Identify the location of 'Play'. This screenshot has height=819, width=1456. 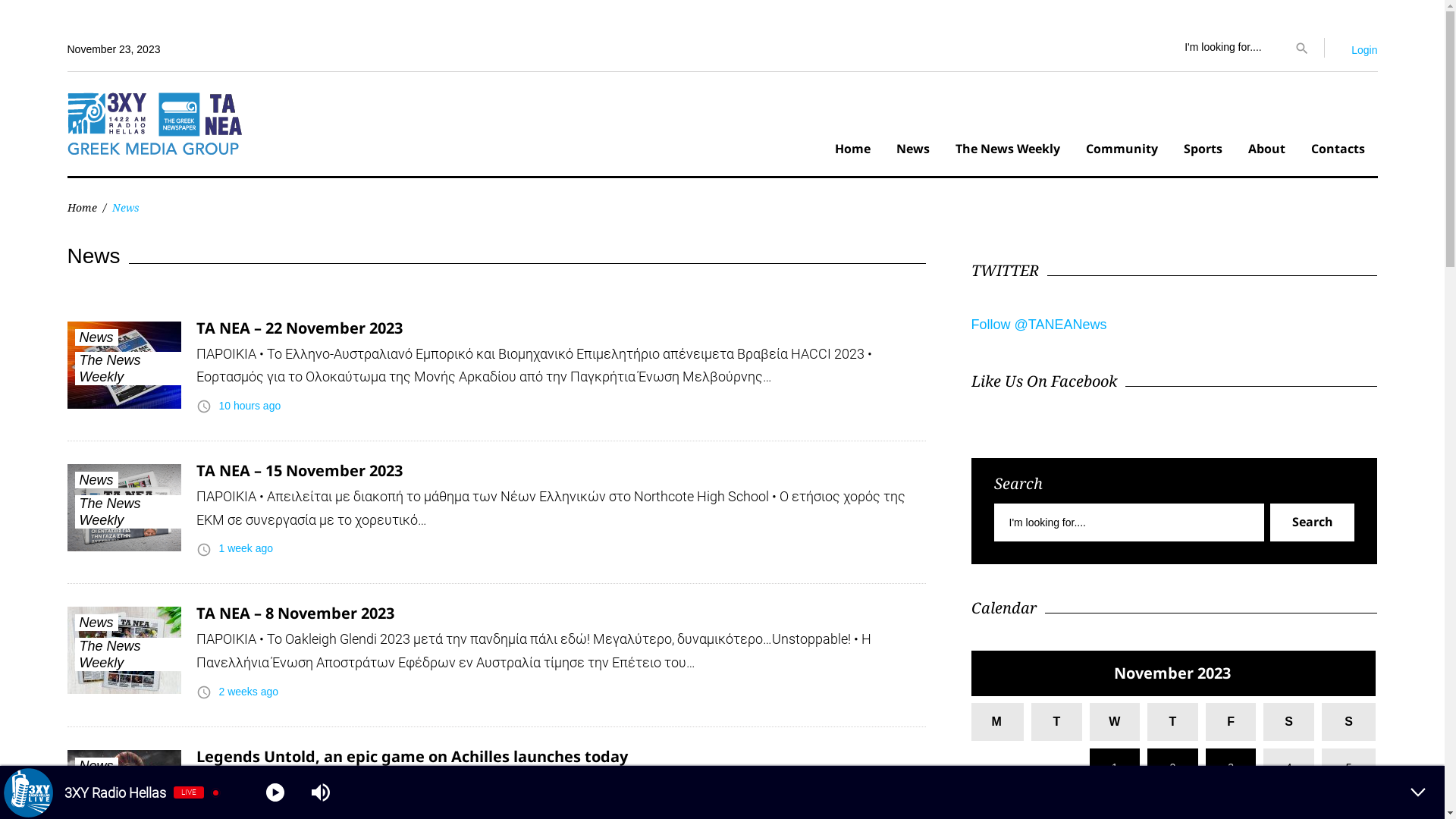
(275, 792).